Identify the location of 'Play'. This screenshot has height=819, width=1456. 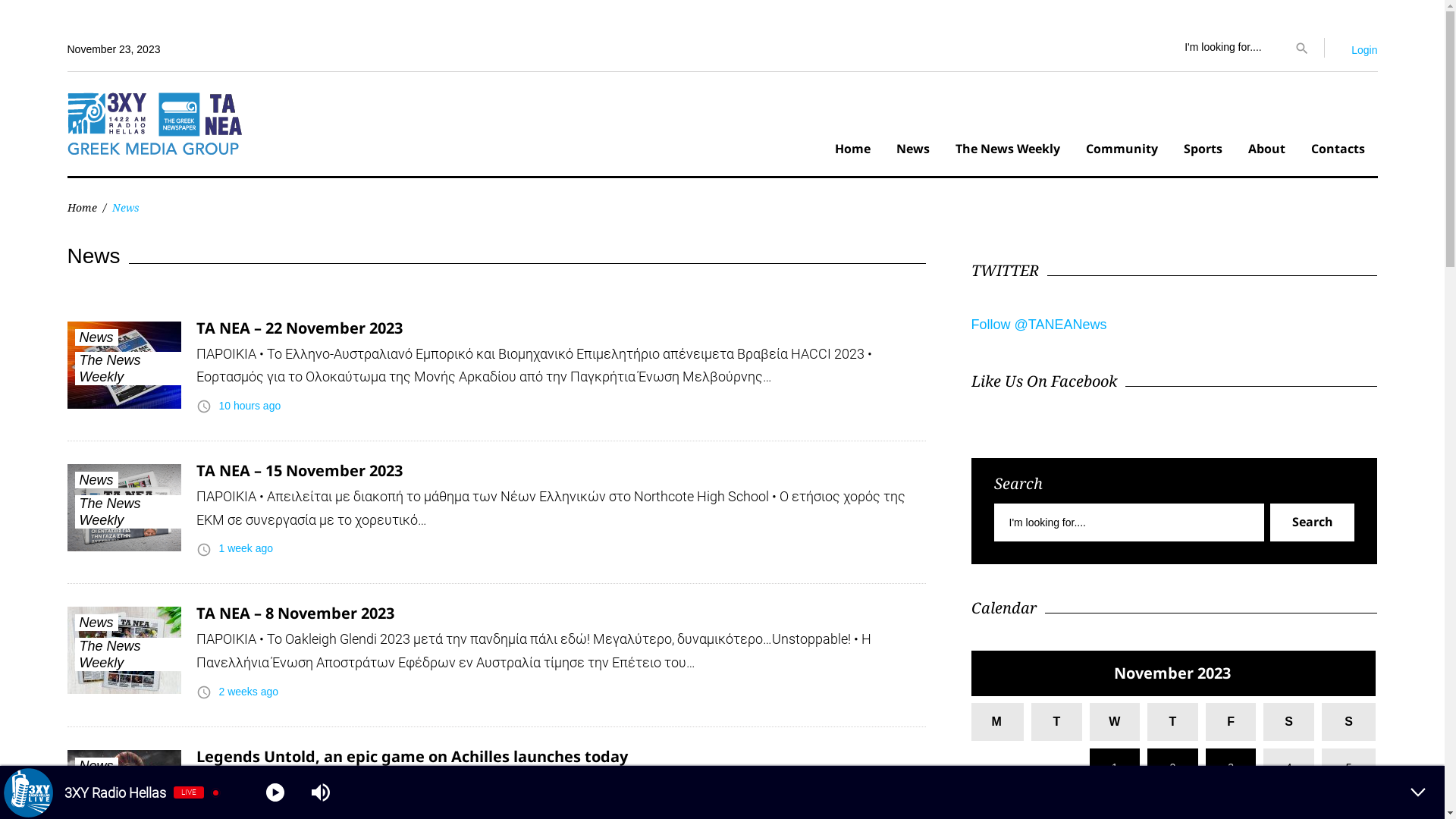
(275, 792).